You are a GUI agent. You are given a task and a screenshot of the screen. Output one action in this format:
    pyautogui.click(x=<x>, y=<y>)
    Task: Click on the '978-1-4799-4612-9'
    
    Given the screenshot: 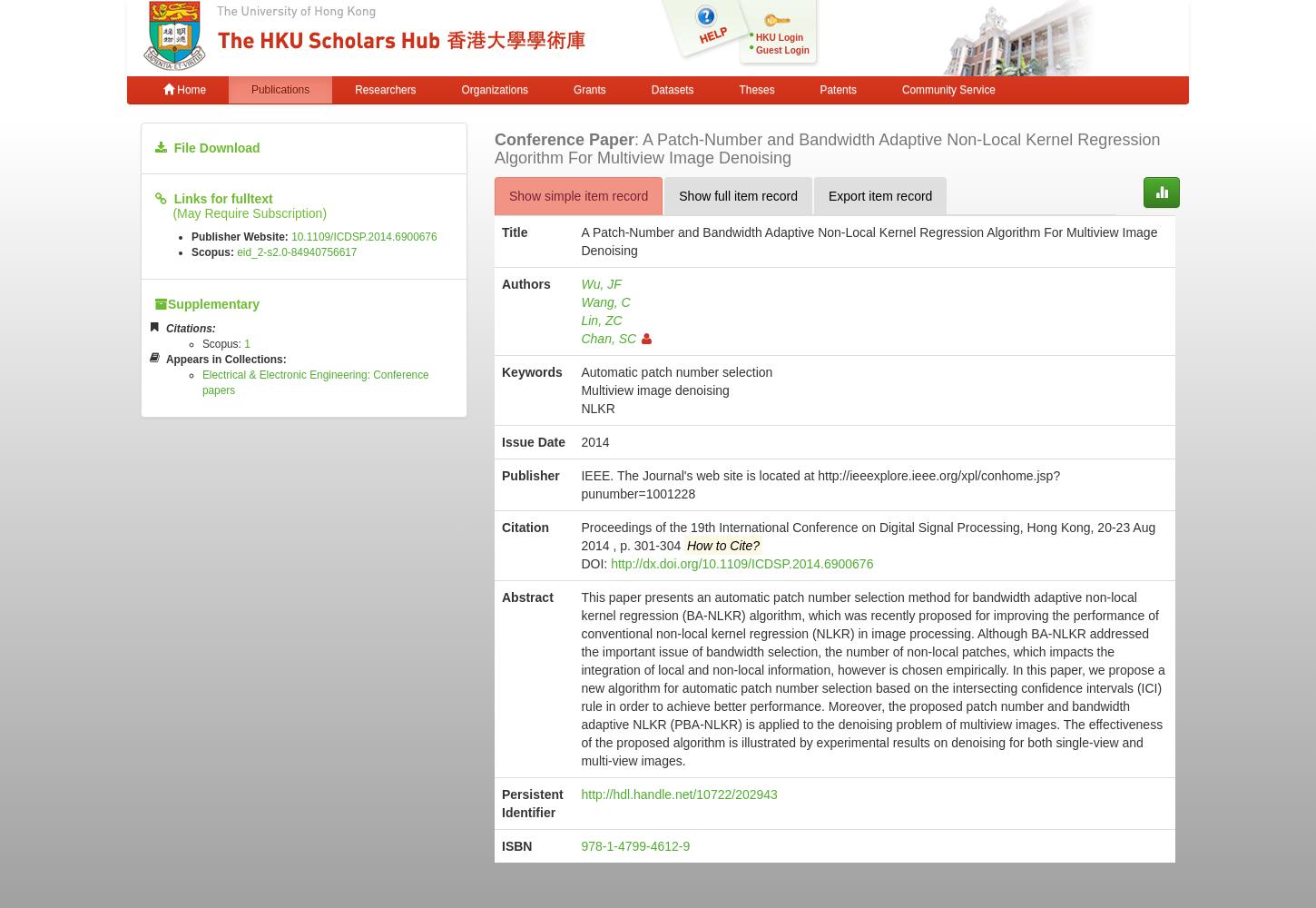 What is the action you would take?
    pyautogui.click(x=580, y=845)
    